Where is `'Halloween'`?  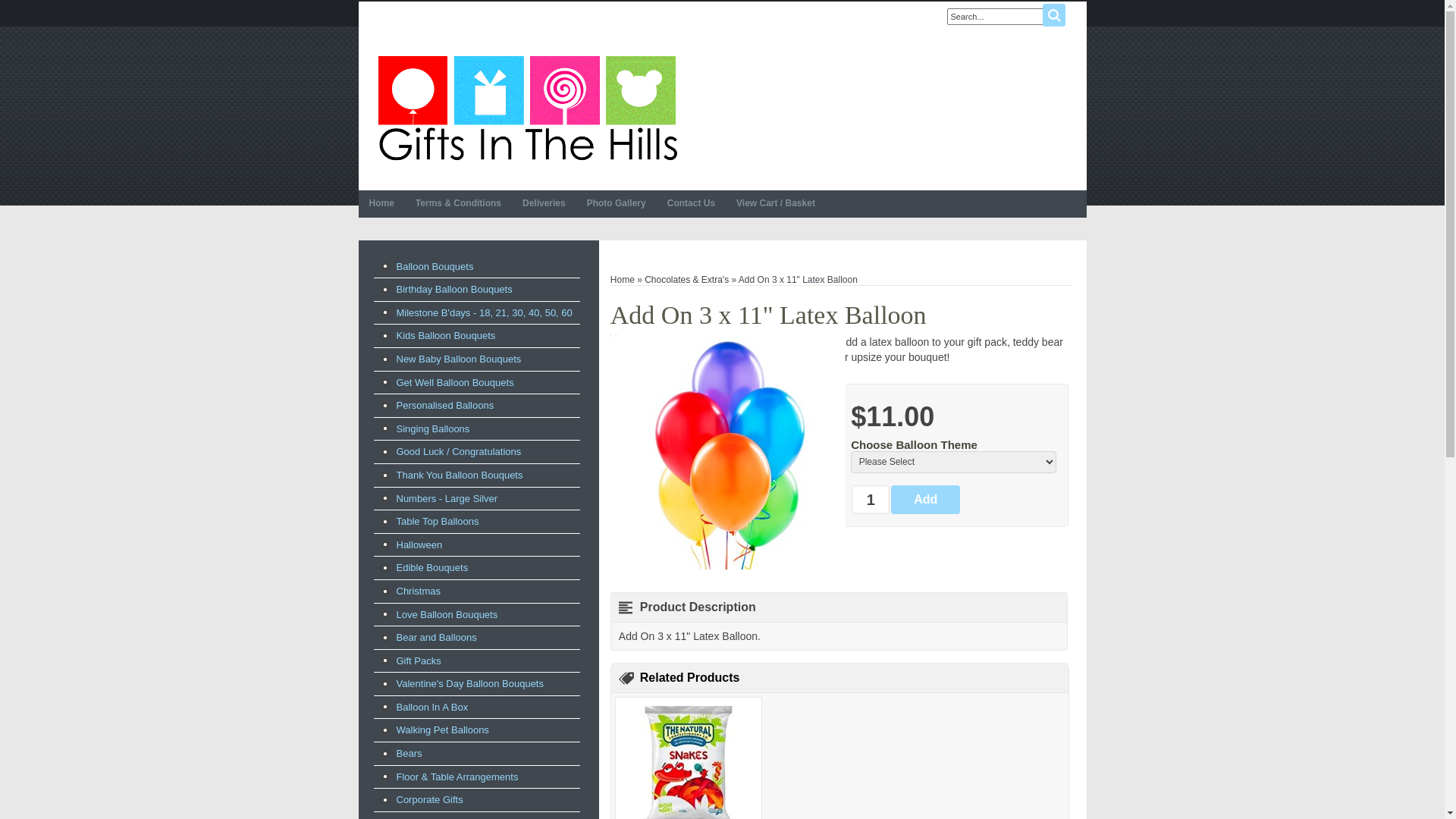 'Halloween' is located at coordinates (475, 544).